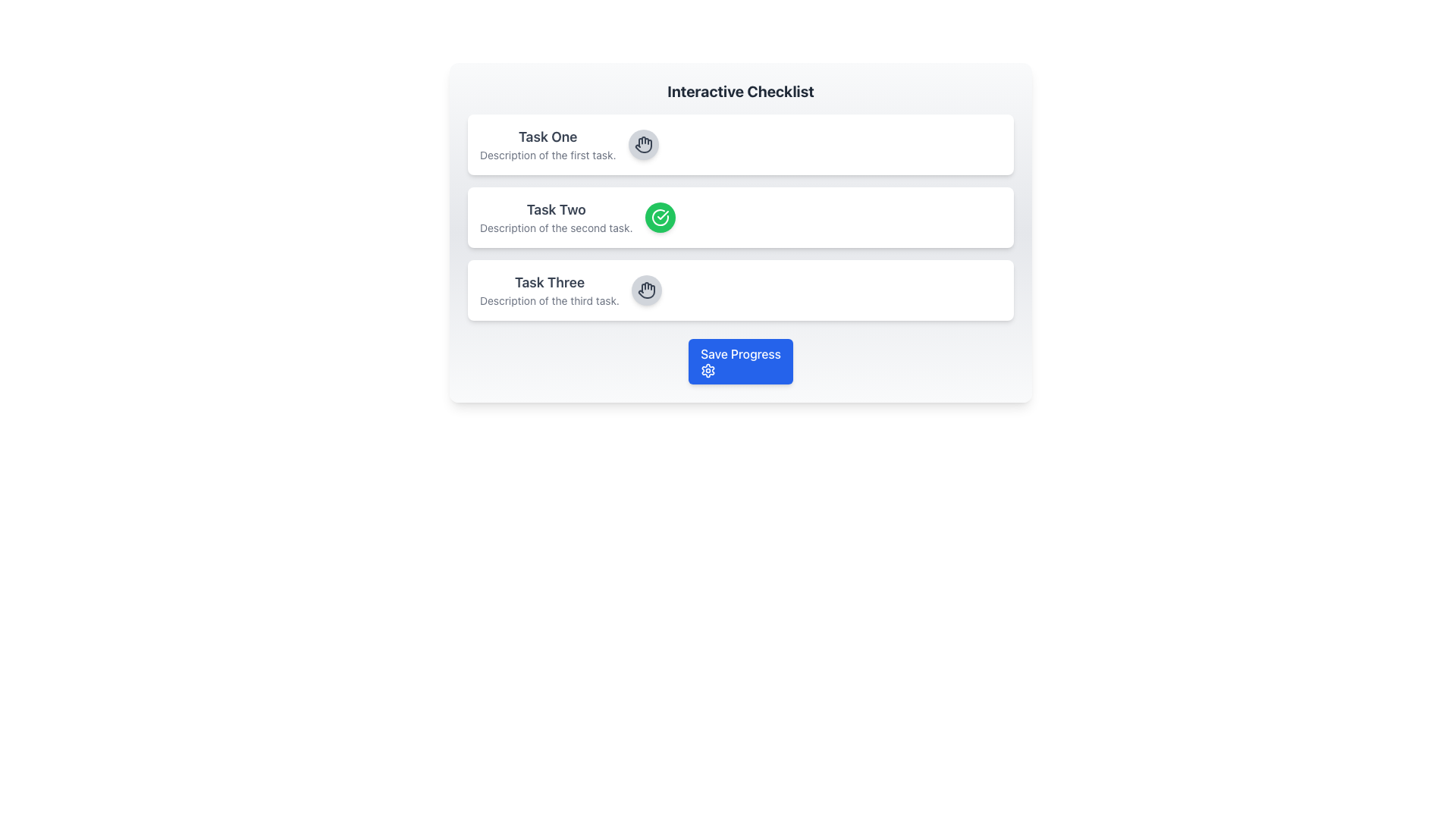 The image size is (1456, 819). I want to click on the Text Group that displays the title and description of the first task in the checklist, positioned at the top of the list above 'Task Two' and 'Task Three', so click(547, 145).